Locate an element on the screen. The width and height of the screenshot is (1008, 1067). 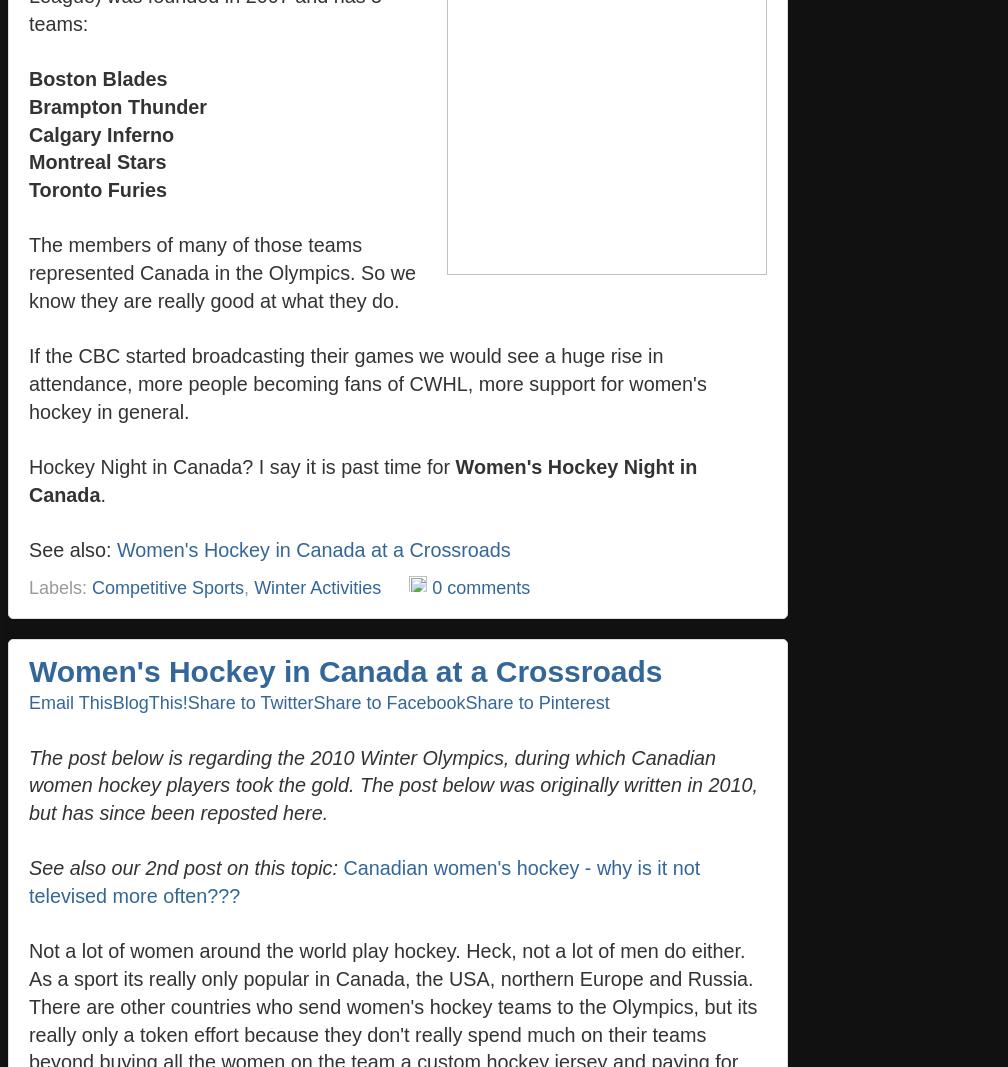
'Boston Blades' is located at coordinates (97, 77).